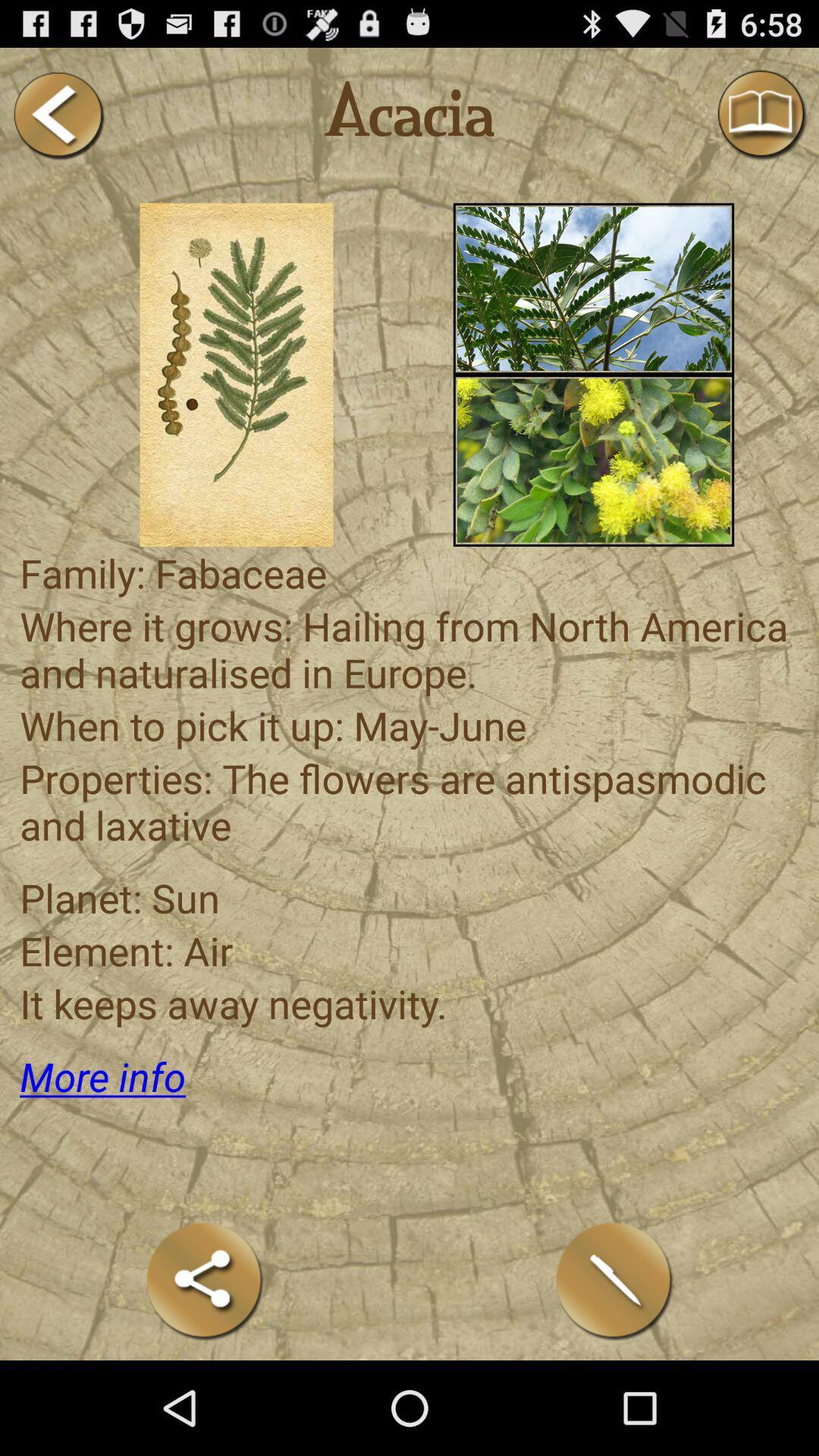  What do you see at coordinates (57, 115) in the screenshot?
I see `go back` at bounding box center [57, 115].